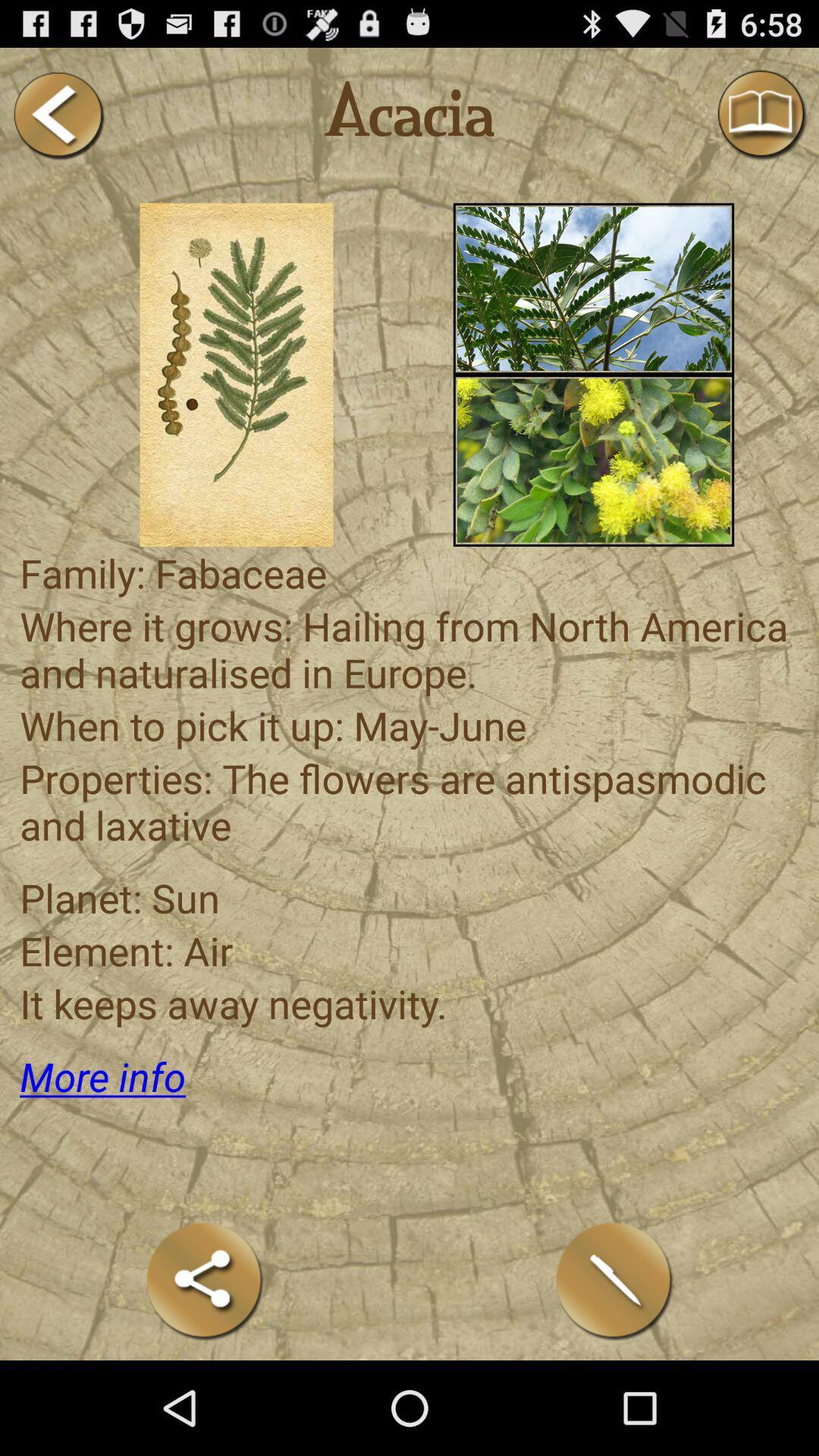  What do you see at coordinates (57, 115) in the screenshot?
I see `go back` at bounding box center [57, 115].